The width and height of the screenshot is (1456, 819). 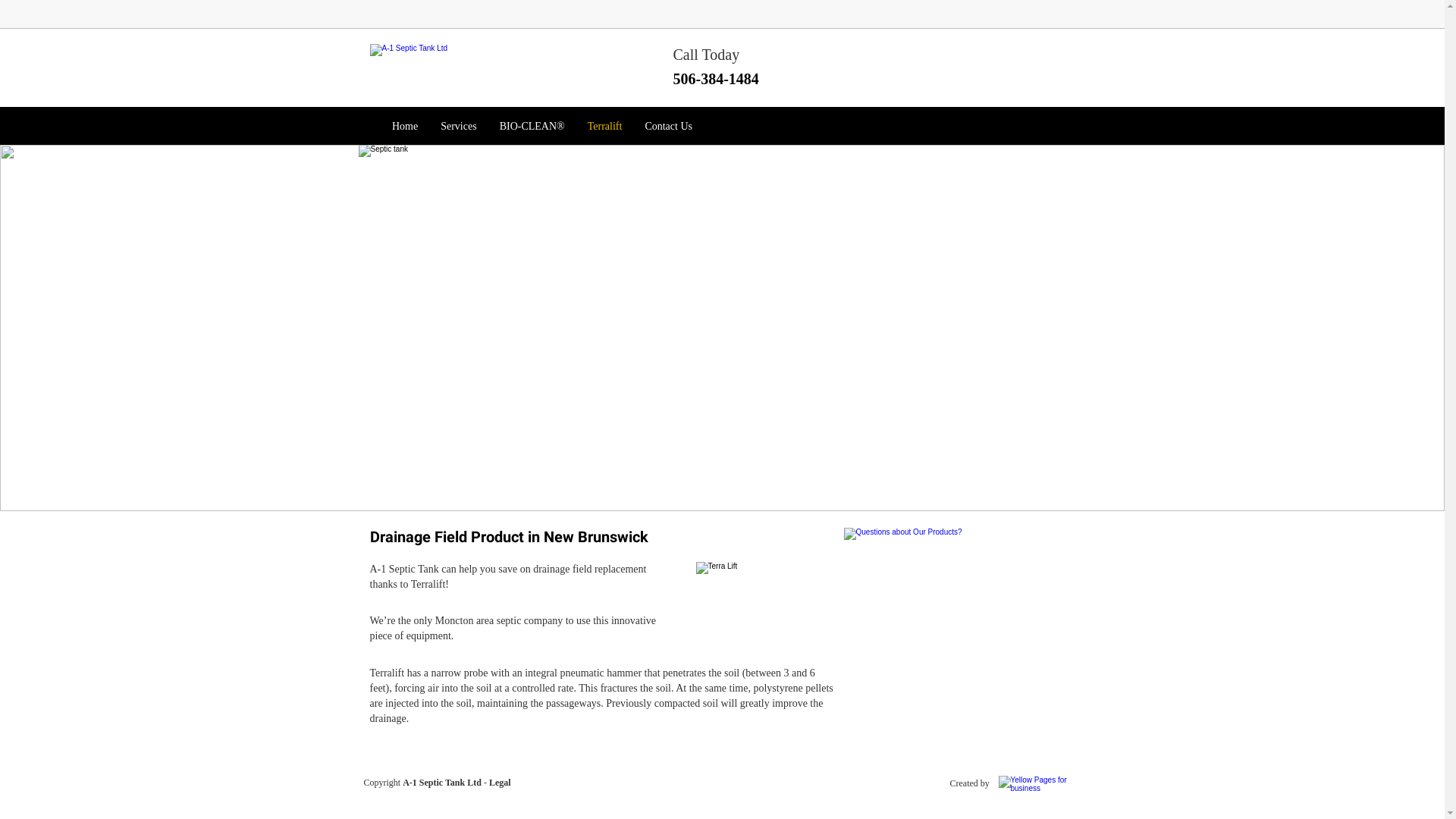 What do you see at coordinates (432, 125) in the screenshot?
I see `'Services'` at bounding box center [432, 125].